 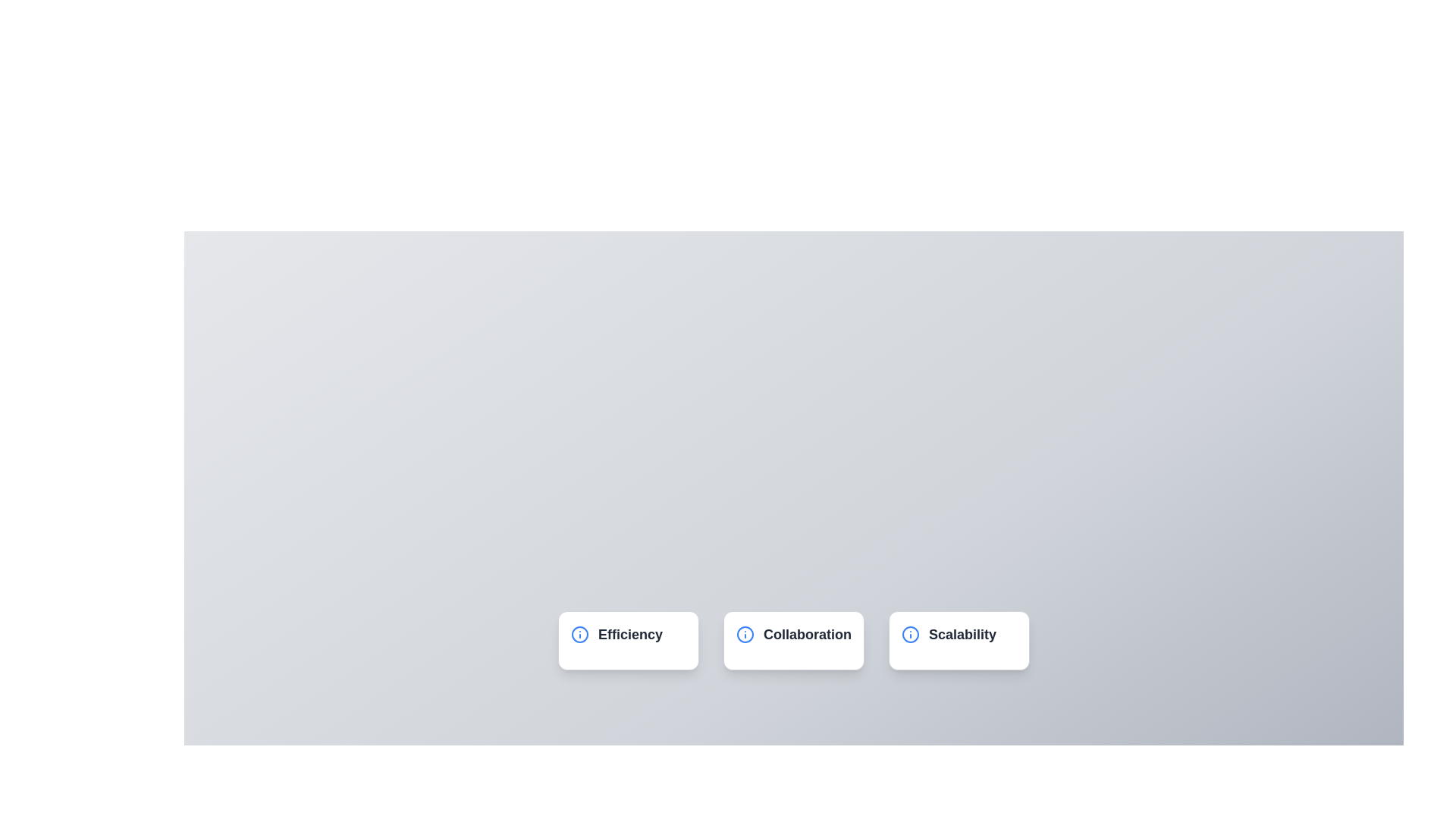 I want to click on the 'Efficiency' Informational Panel located in the first column of the grid layout to interact with it, so click(x=629, y=640).